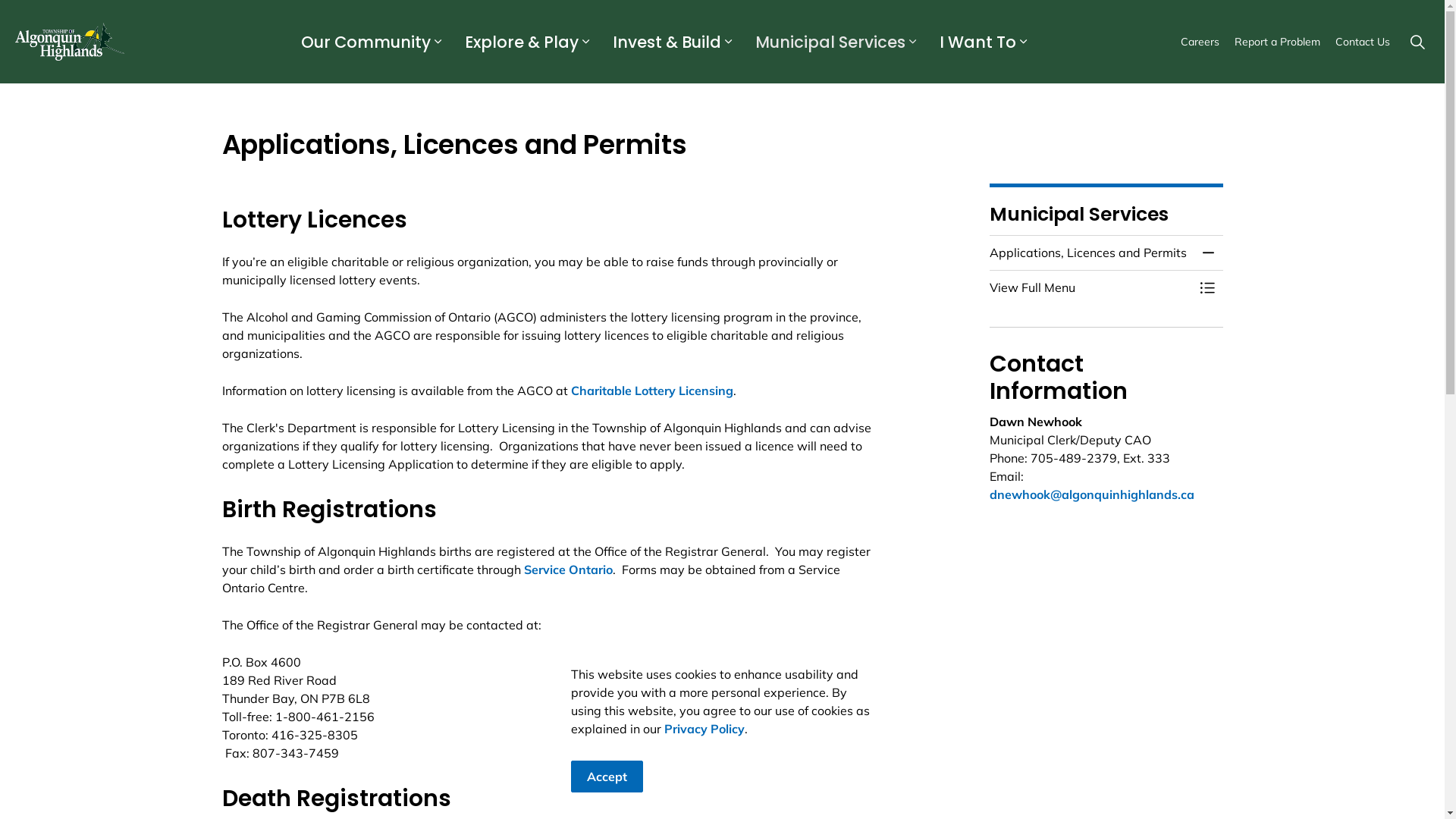  What do you see at coordinates (1090, 287) in the screenshot?
I see `'View Full Menu'` at bounding box center [1090, 287].